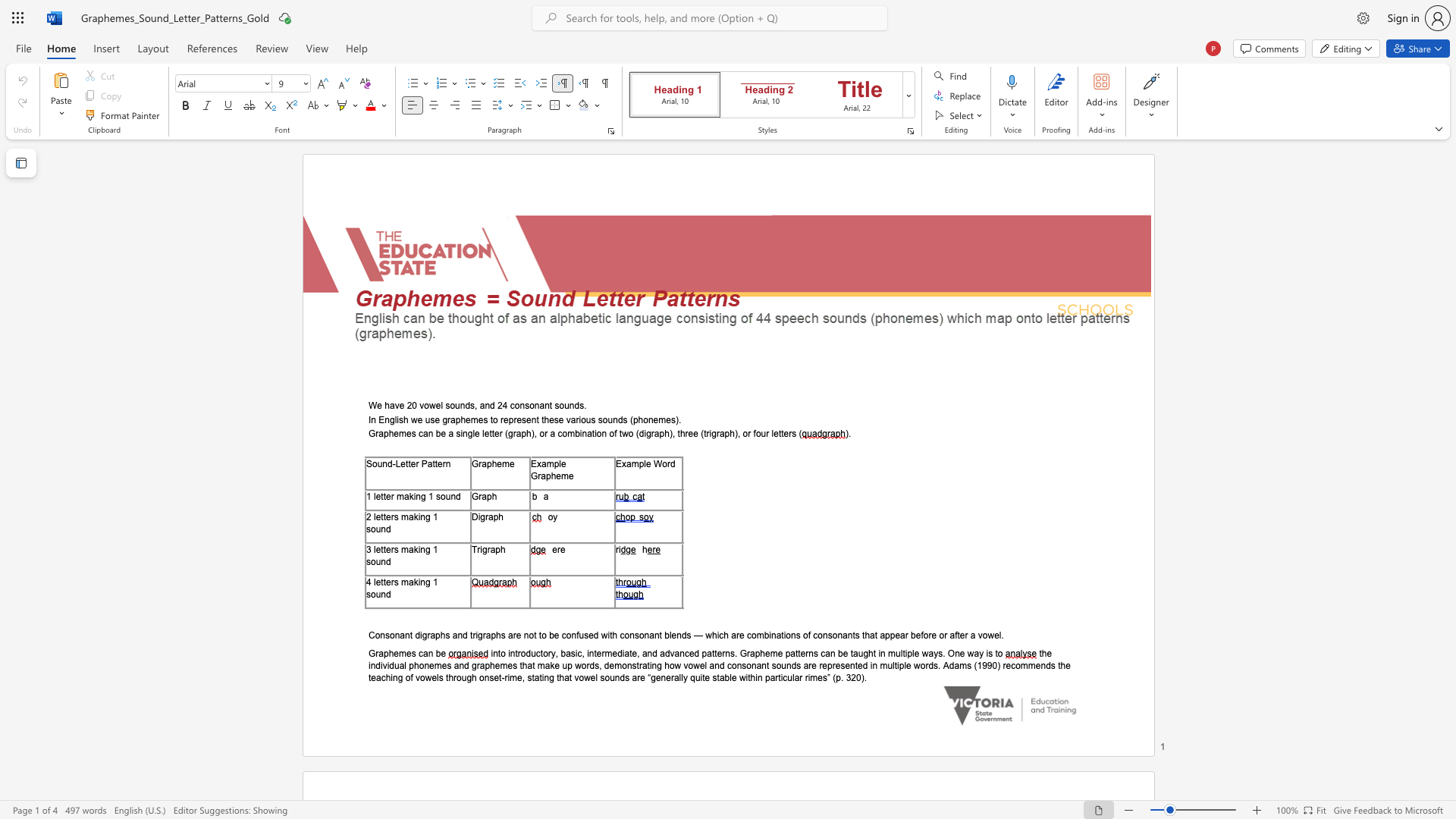  What do you see at coordinates (377, 405) in the screenshot?
I see `the subset text "e have 20 vowel sounds, and 2" within the text "We have 20 vowel sounds, and 24 consonant sounds."` at bounding box center [377, 405].